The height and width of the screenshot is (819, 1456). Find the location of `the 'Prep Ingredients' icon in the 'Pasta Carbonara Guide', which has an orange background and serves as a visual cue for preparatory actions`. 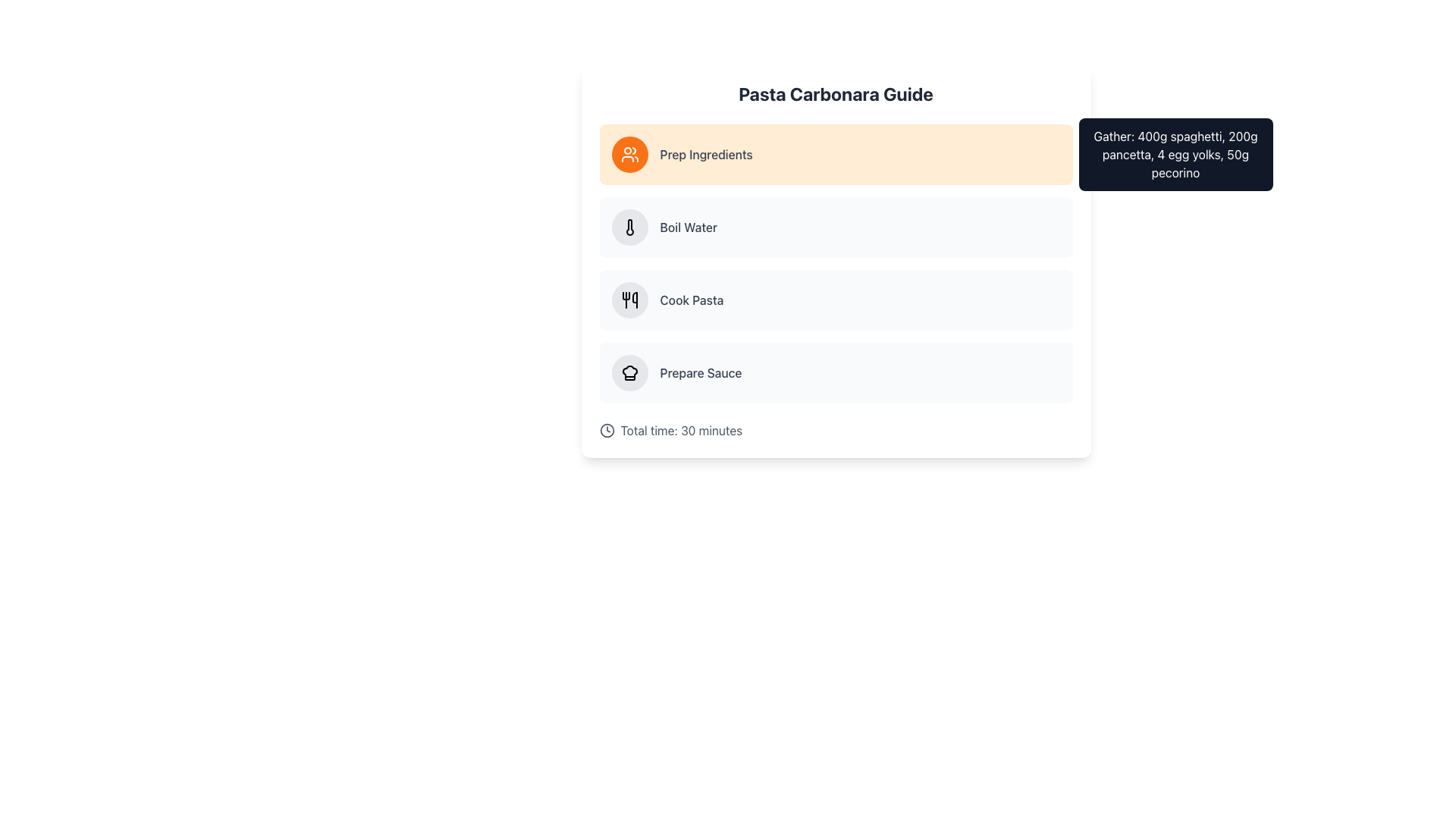

the 'Prep Ingredients' icon in the 'Pasta Carbonara Guide', which has an orange background and serves as a visual cue for preparatory actions is located at coordinates (629, 155).